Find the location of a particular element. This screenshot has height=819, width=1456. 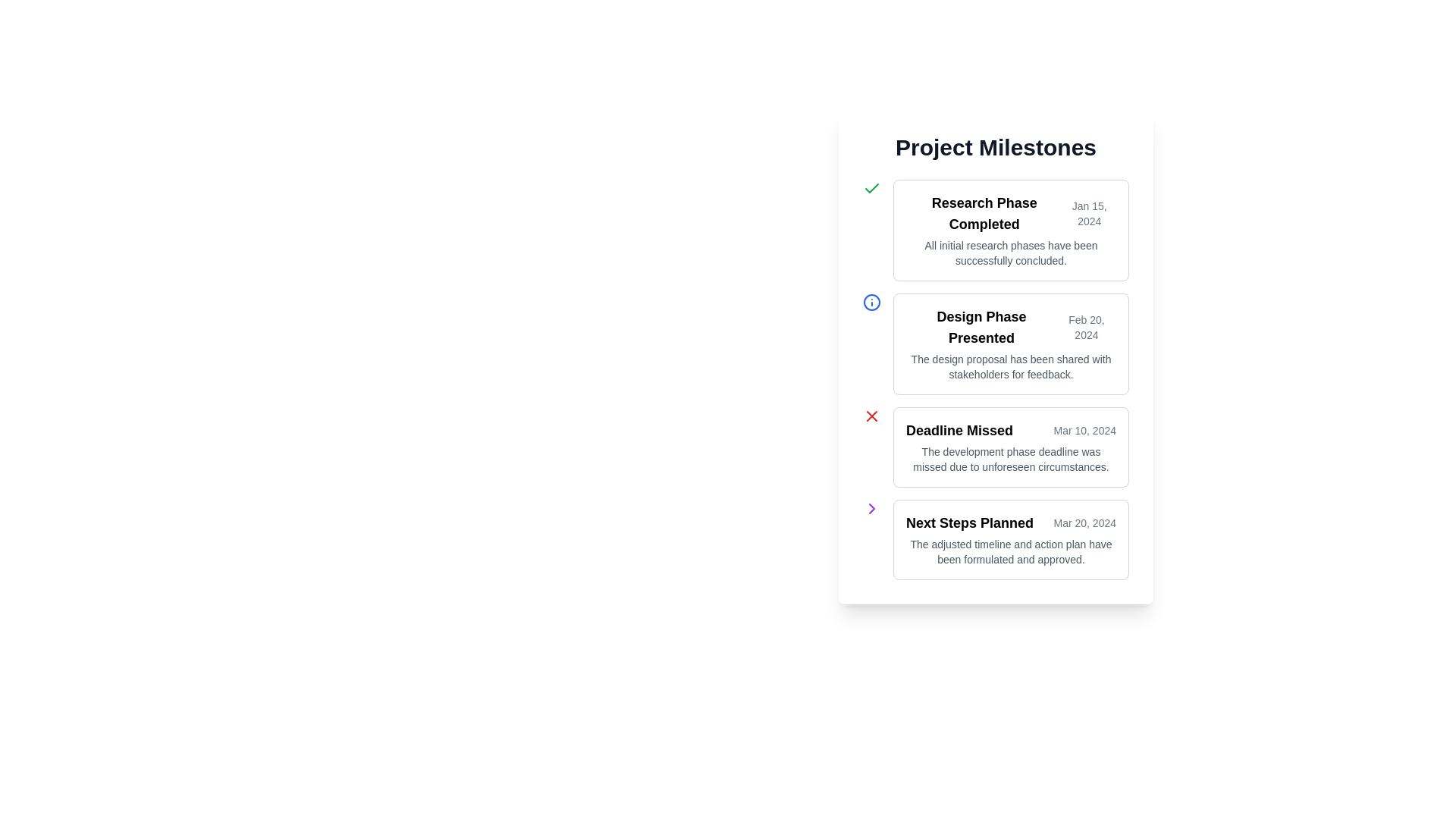

the fourth milestone block labeled 'Next Steps Planned', which is centrally aligned below 'Deadline Missed' is located at coordinates (996, 539).